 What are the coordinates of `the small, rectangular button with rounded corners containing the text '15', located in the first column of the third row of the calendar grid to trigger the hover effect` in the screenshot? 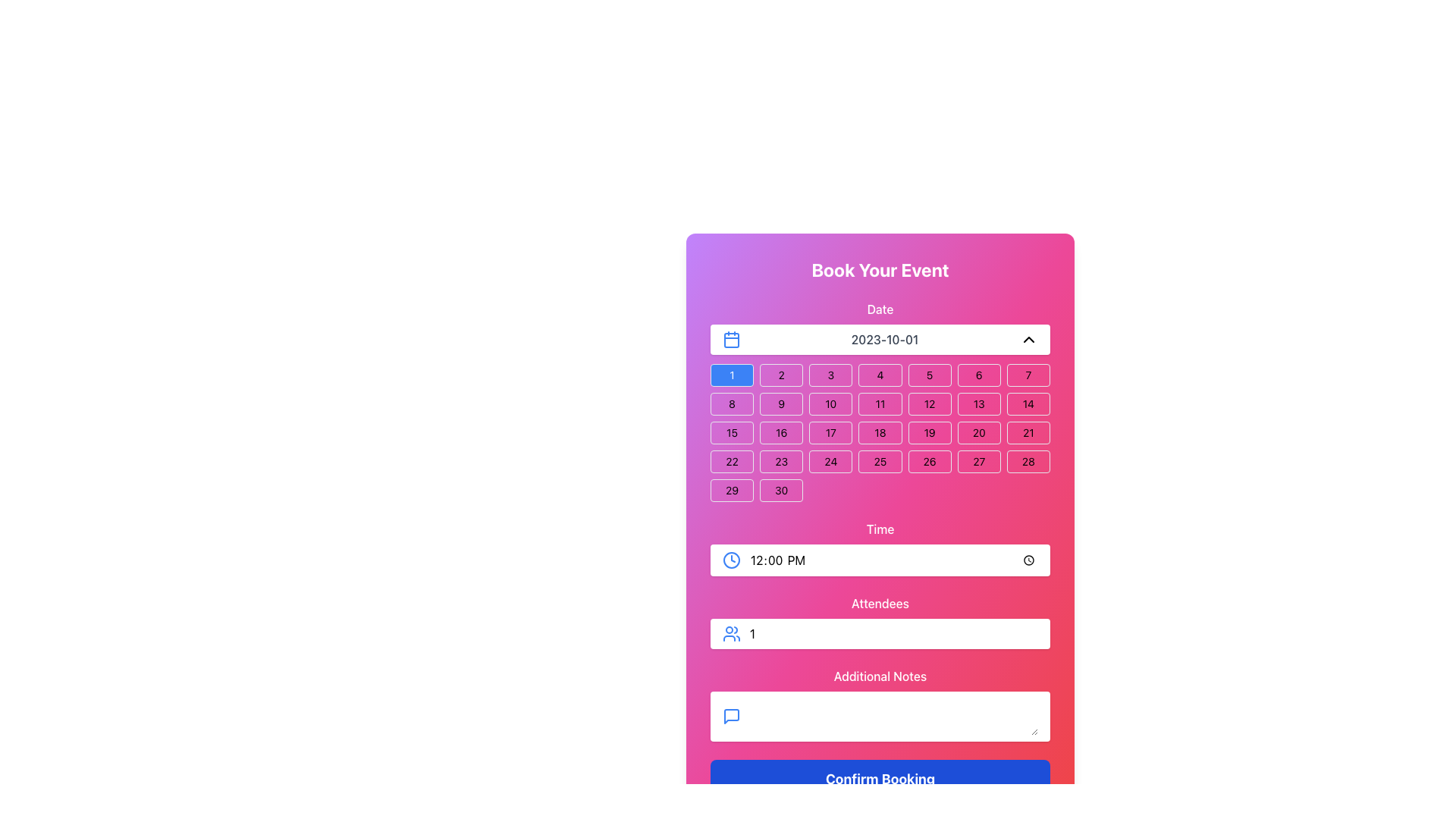 It's located at (732, 432).